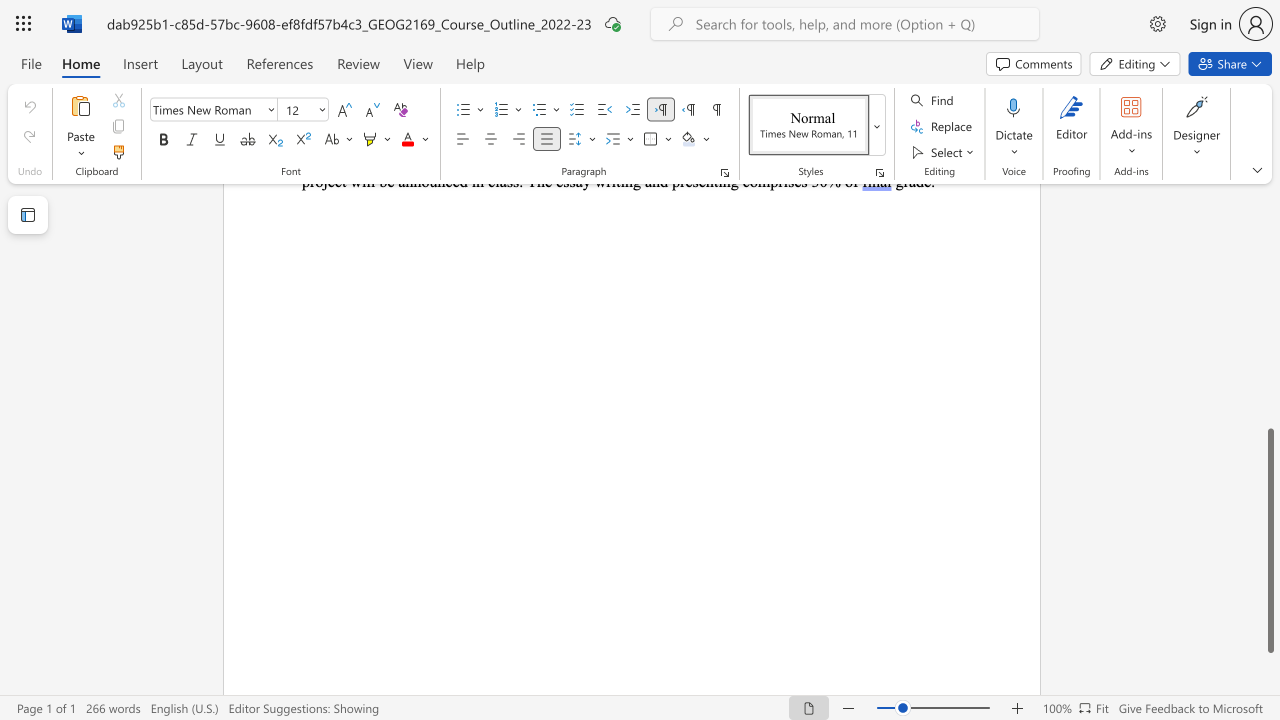 This screenshot has width=1280, height=720. I want to click on the scrollbar to adjust the page upward, so click(1269, 210).